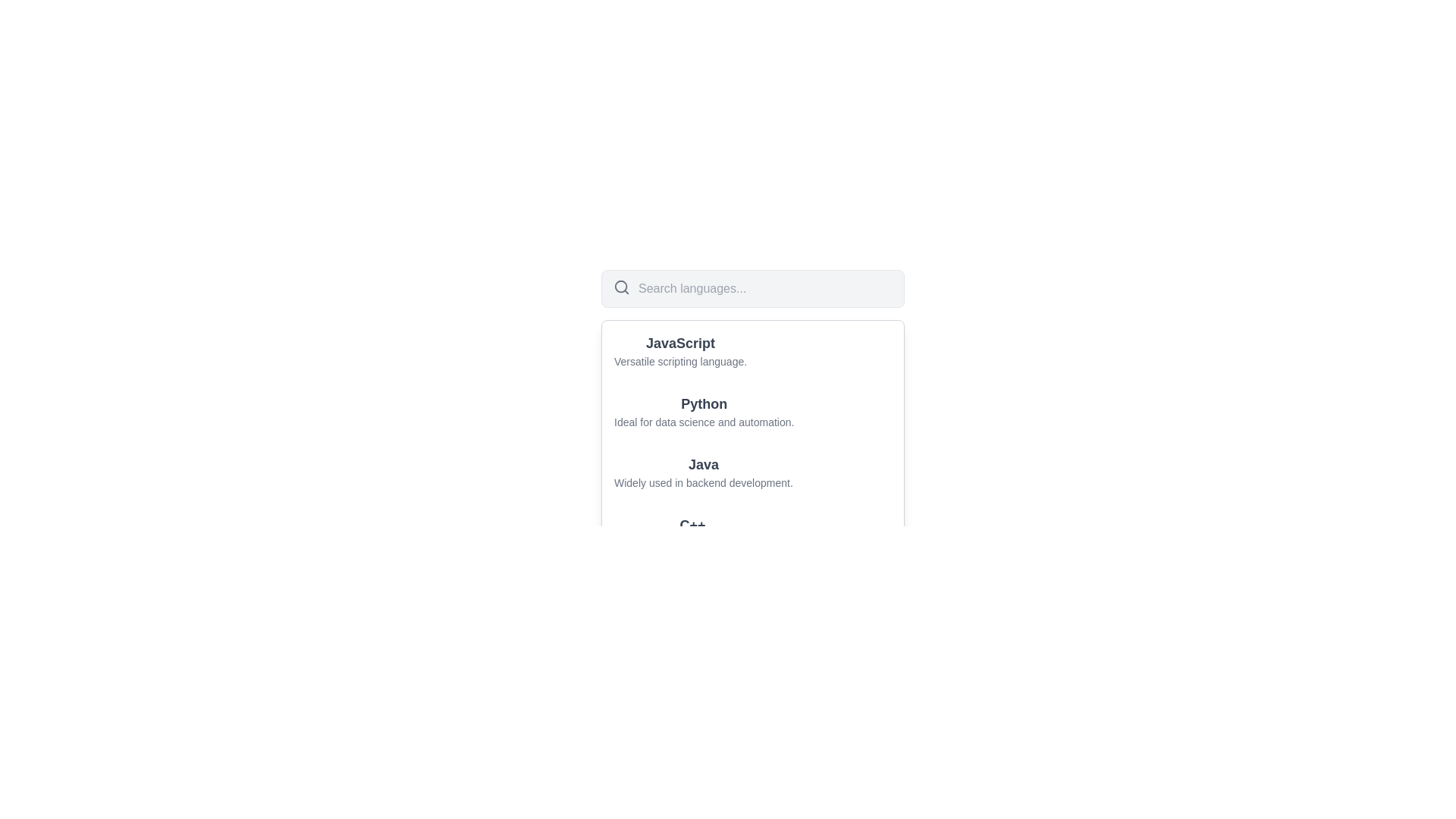  Describe the element at coordinates (621, 287) in the screenshot. I see `the inner circular component of the magnifying glass icon, which is represented as a small circle with a radius of approximately 8 units within the SVG graphic` at that location.